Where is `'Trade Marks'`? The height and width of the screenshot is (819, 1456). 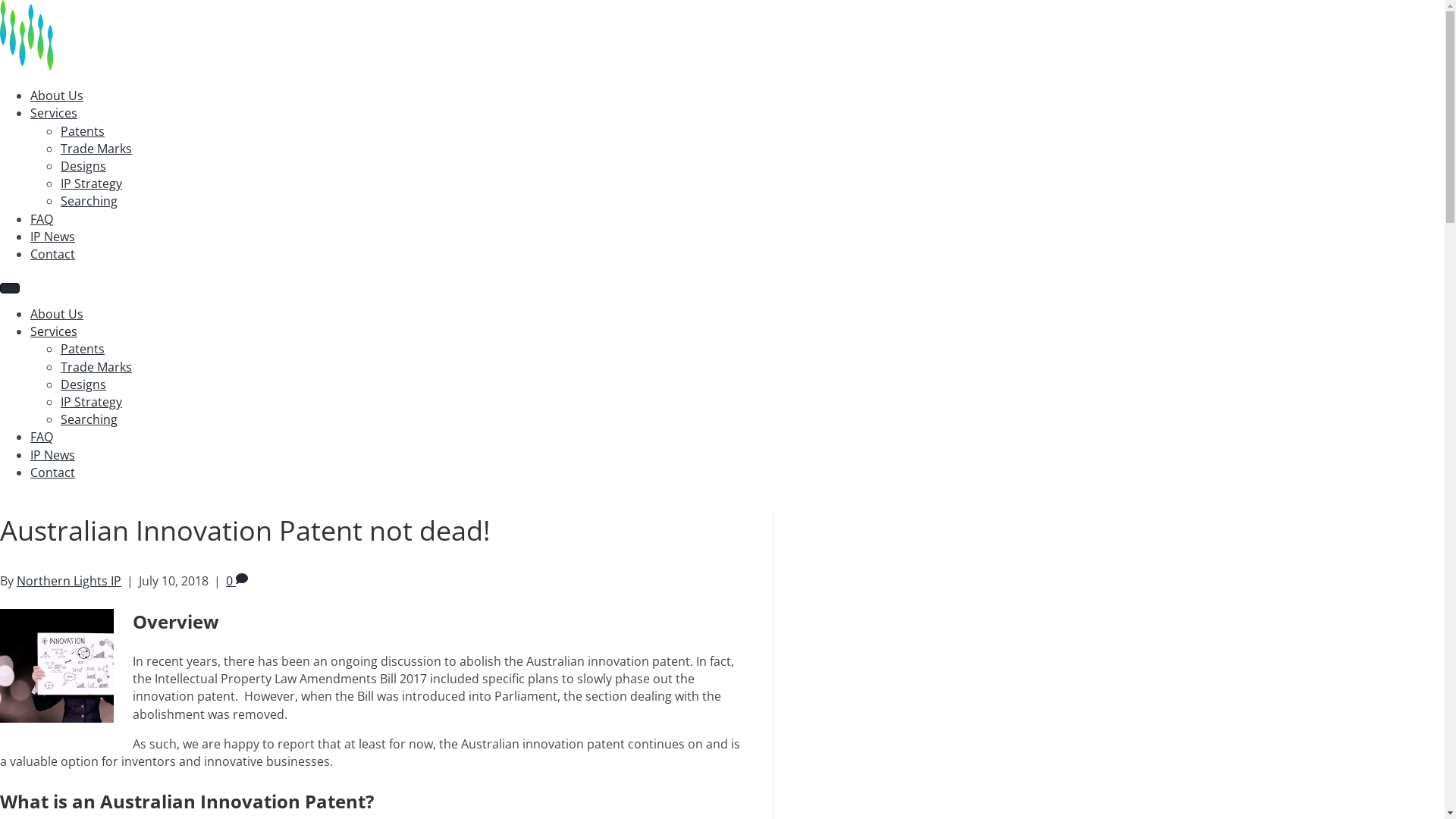 'Trade Marks' is located at coordinates (95, 366).